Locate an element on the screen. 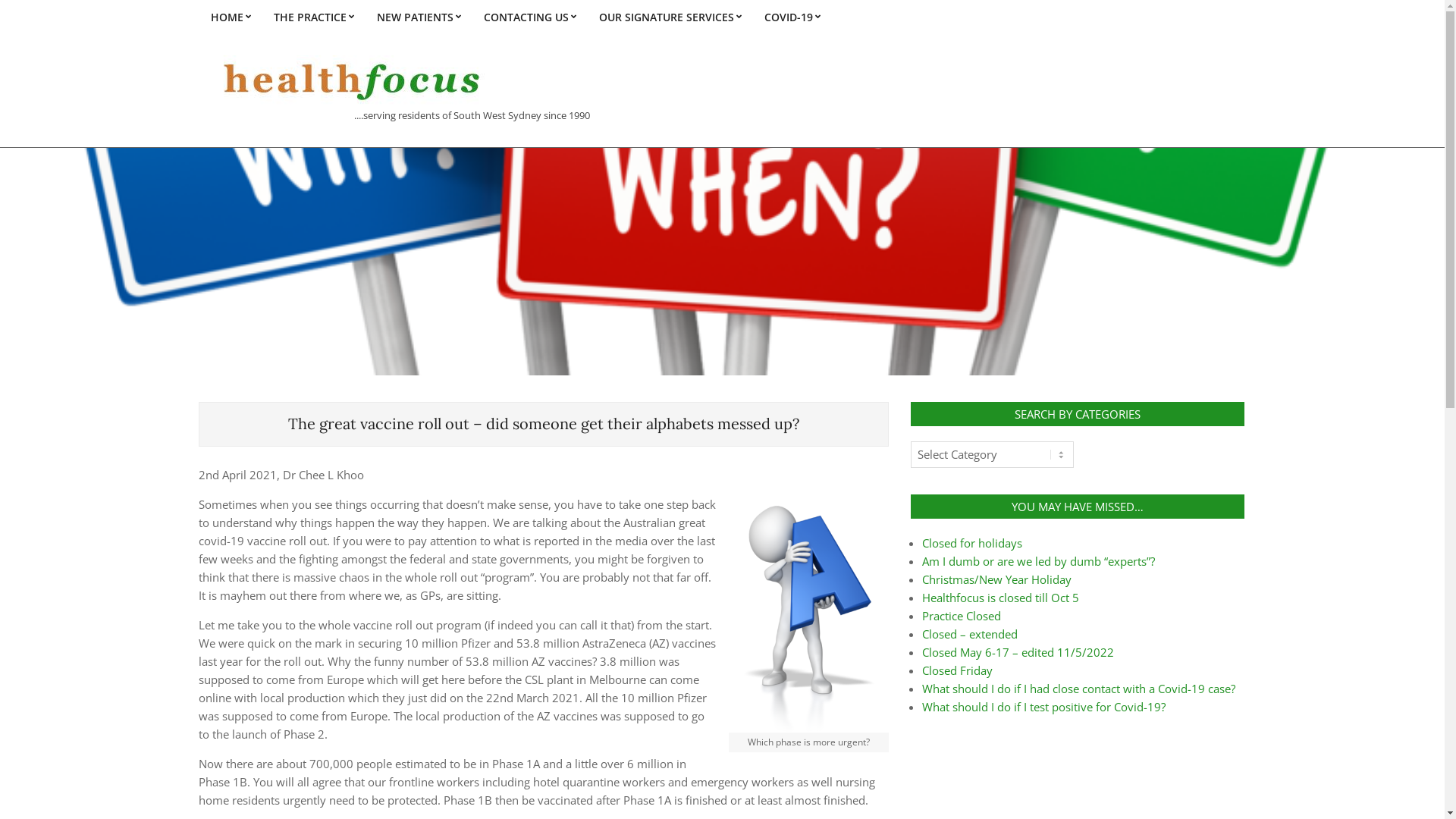 The width and height of the screenshot is (1456, 819). 'What should I do if I test positive for Covid-19?' is located at coordinates (1043, 707).